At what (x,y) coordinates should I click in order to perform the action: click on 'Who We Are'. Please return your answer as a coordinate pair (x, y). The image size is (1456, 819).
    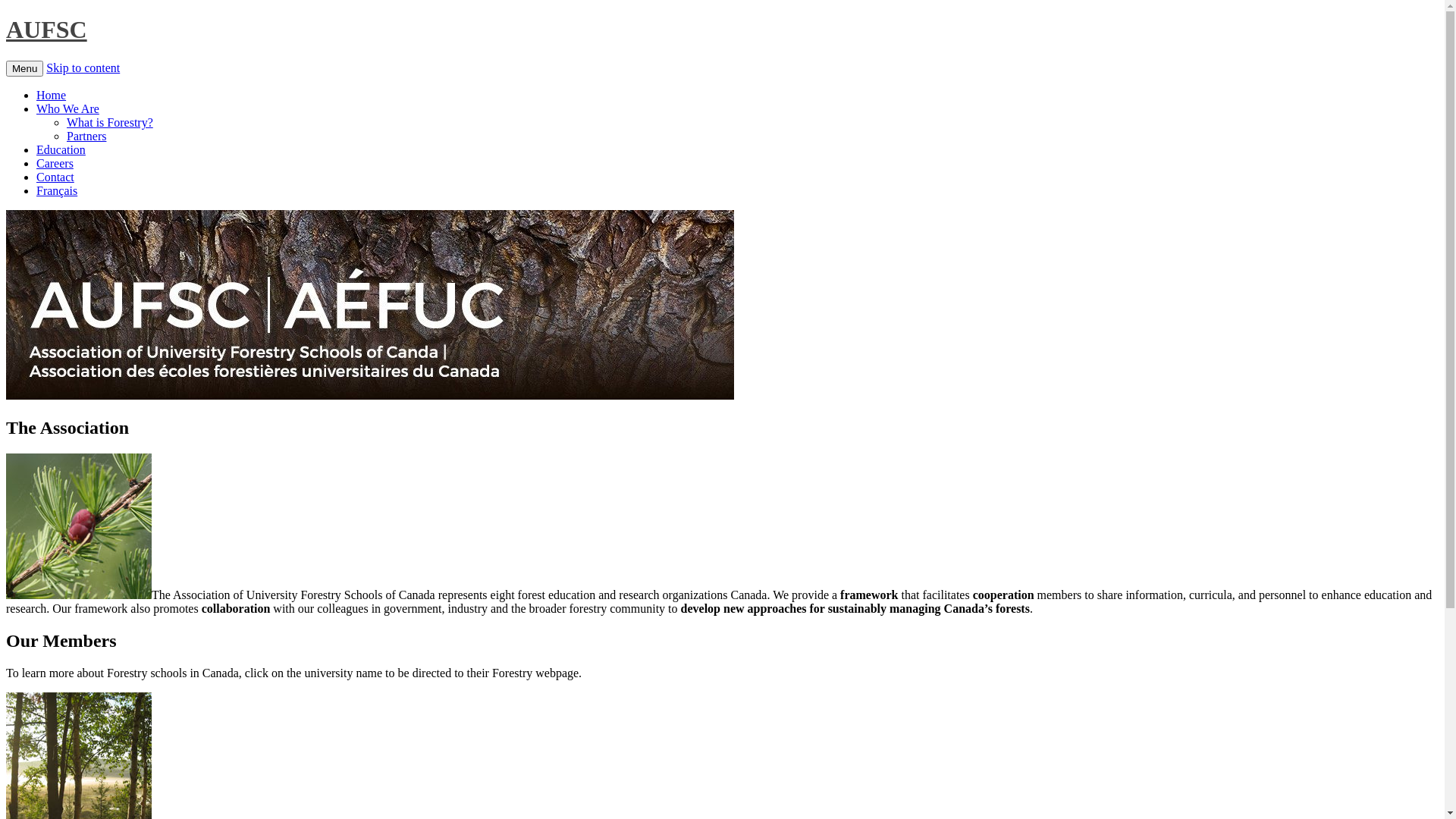
    Looking at the image, I should click on (67, 108).